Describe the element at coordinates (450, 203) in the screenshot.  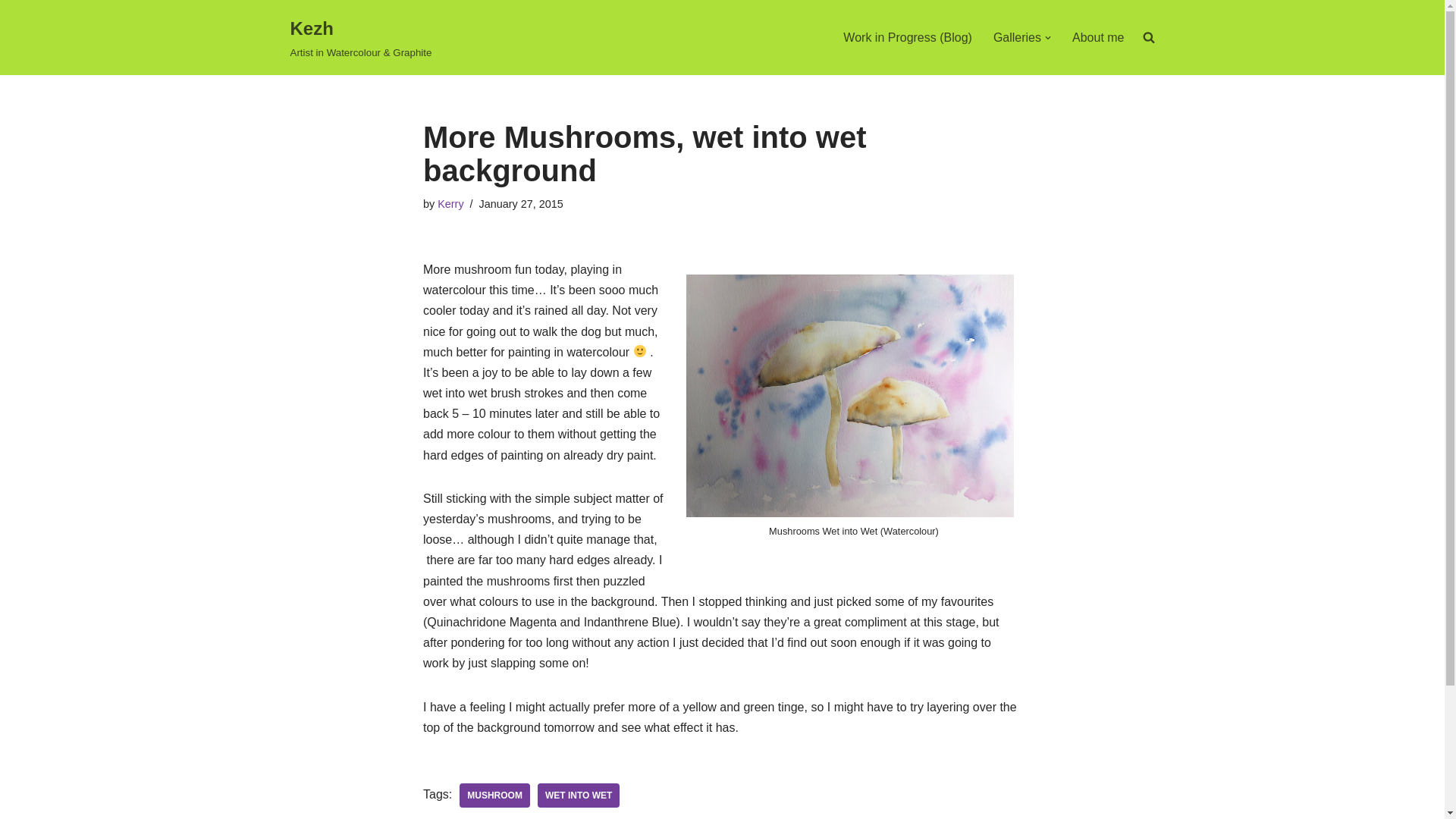
I see `'Kerry'` at that location.